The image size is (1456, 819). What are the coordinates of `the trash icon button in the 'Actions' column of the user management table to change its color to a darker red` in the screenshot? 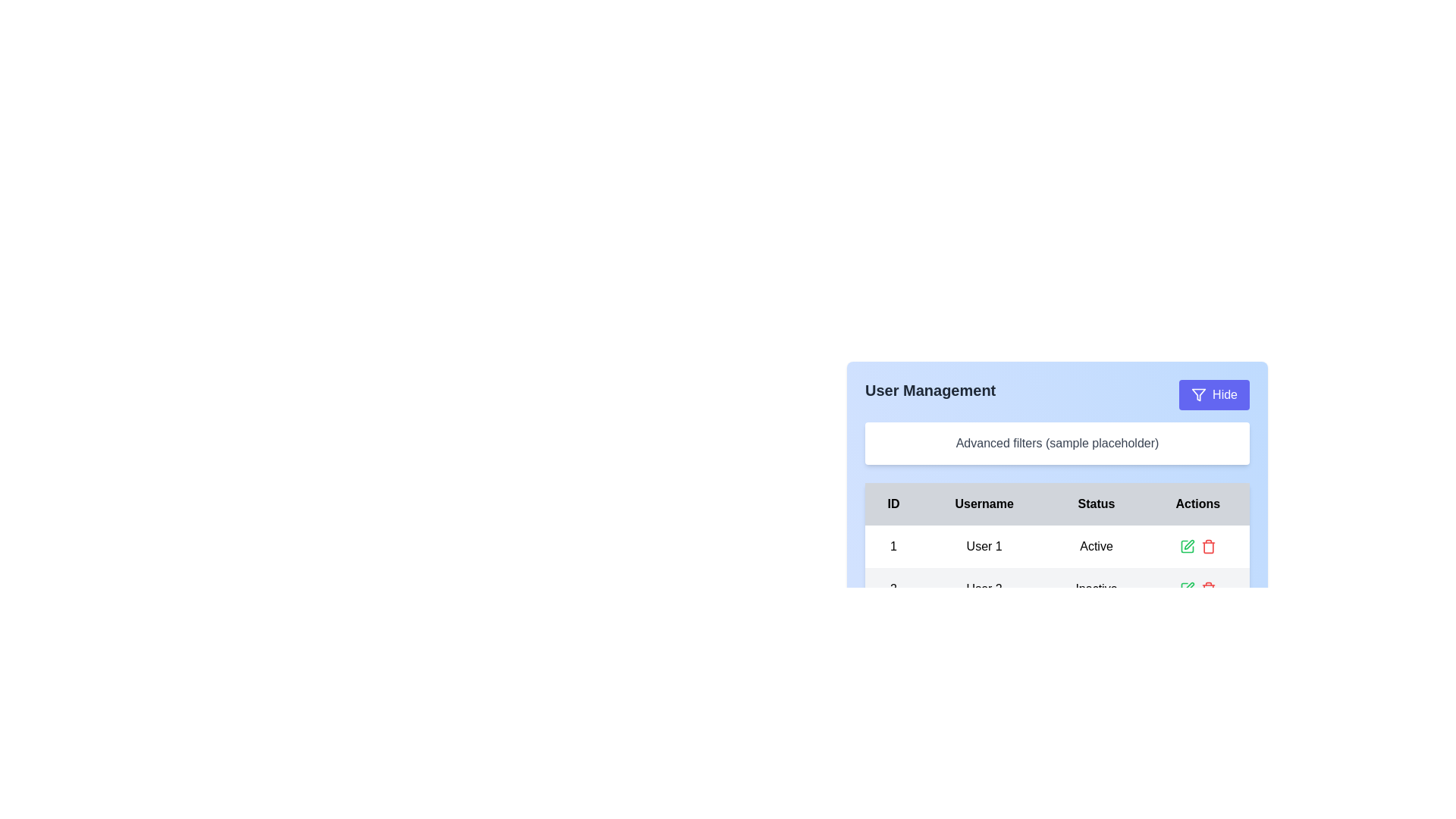 It's located at (1207, 588).